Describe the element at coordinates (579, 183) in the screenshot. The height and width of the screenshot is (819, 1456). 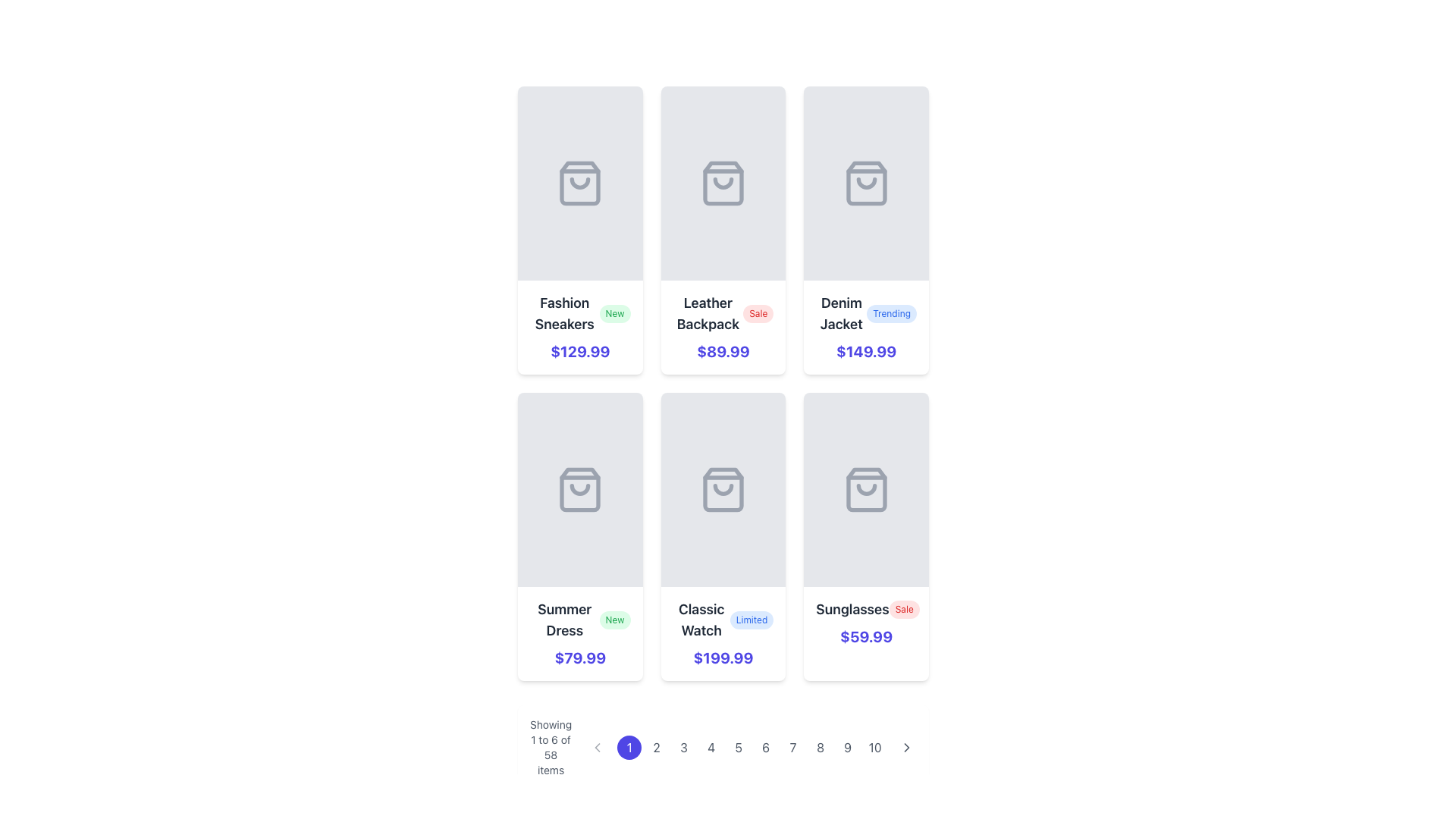
I see `the shopping bag icon located in the top-left card of the 3x2 grid layout` at that location.